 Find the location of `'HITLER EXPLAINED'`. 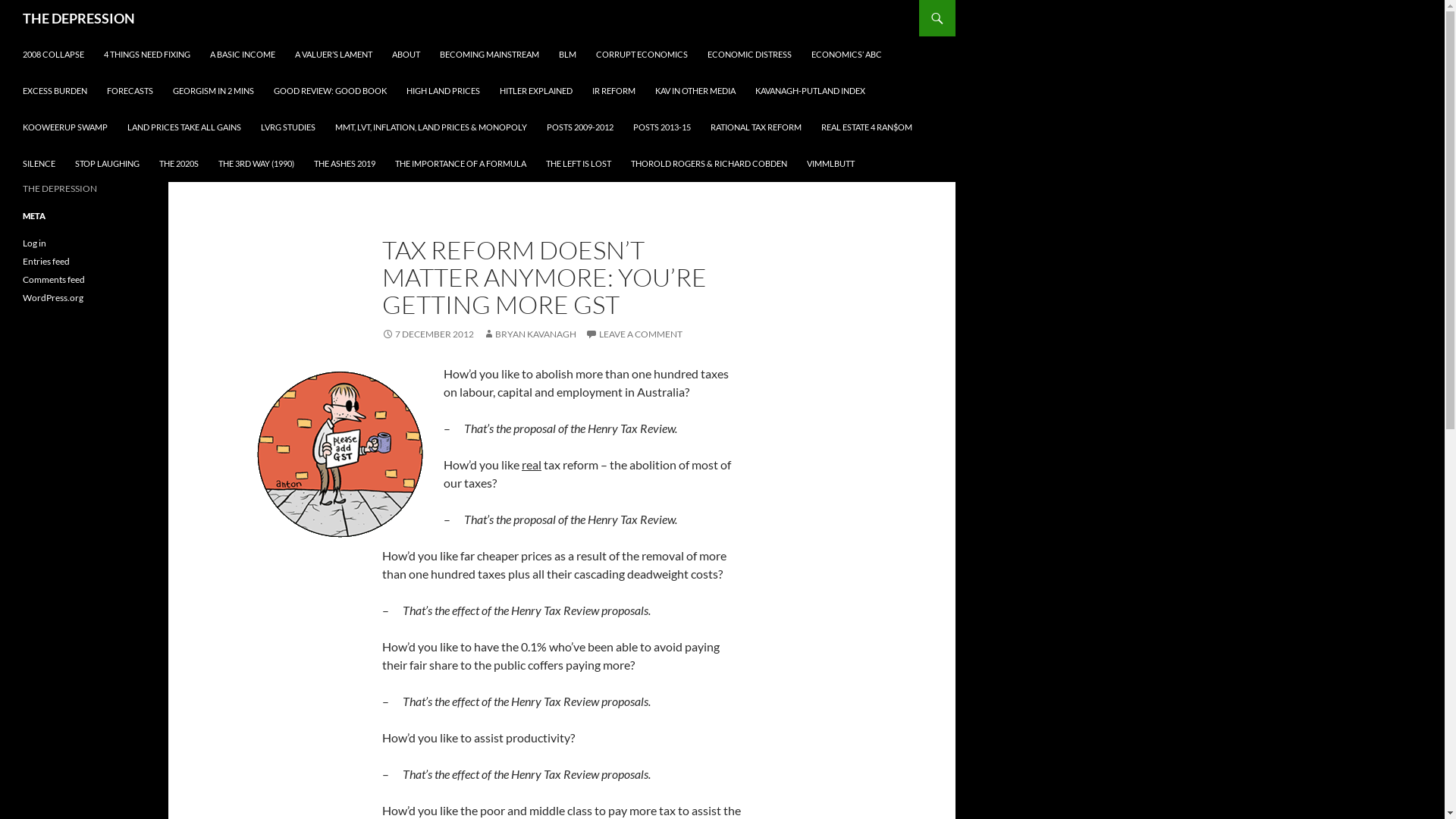

'HITLER EXPLAINED' is located at coordinates (535, 90).